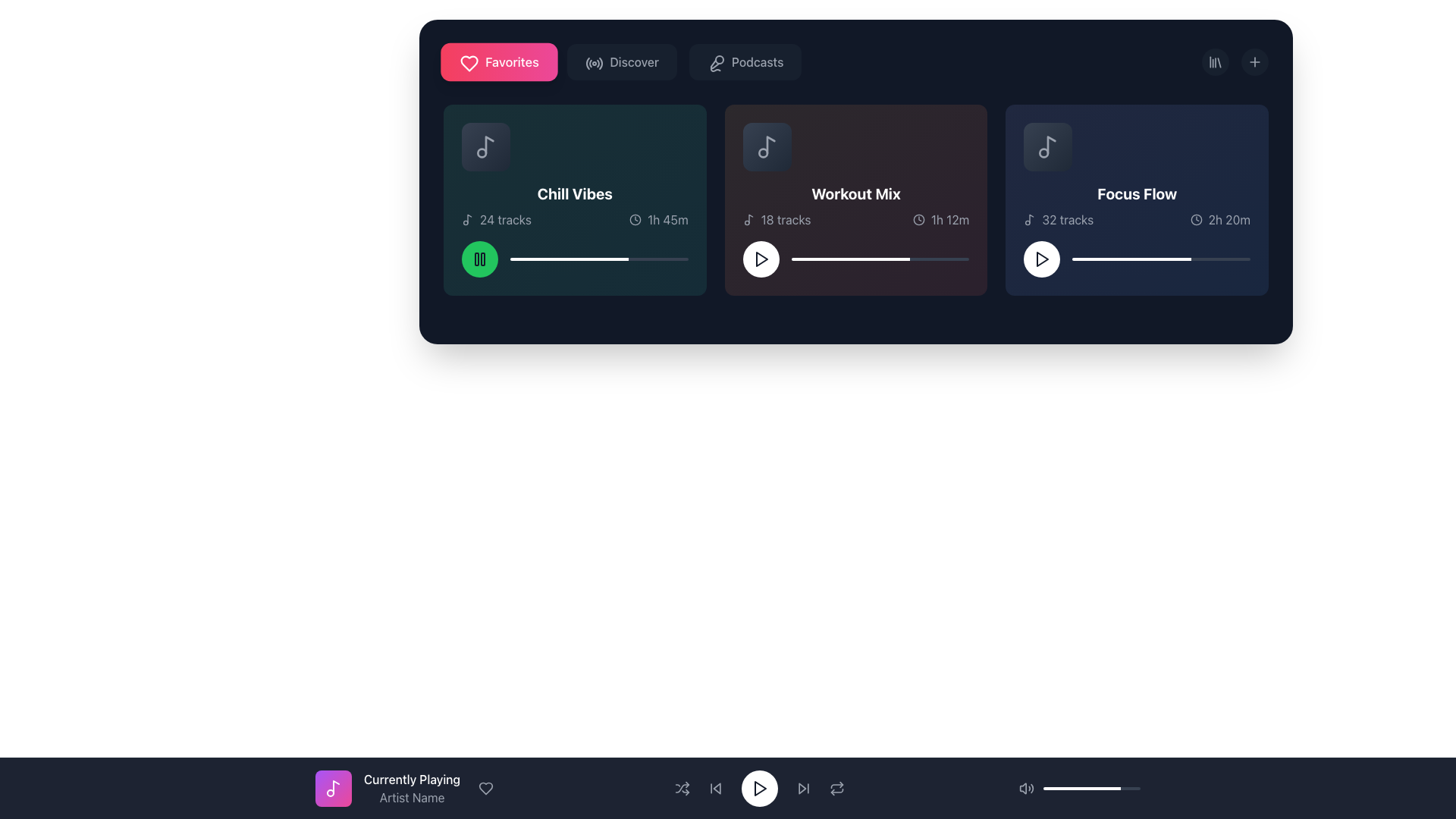 This screenshot has width=1456, height=819. What do you see at coordinates (1255, 61) in the screenshot?
I see `the 'add' button located at the top-right corner of the 'Focus Flow' card` at bounding box center [1255, 61].